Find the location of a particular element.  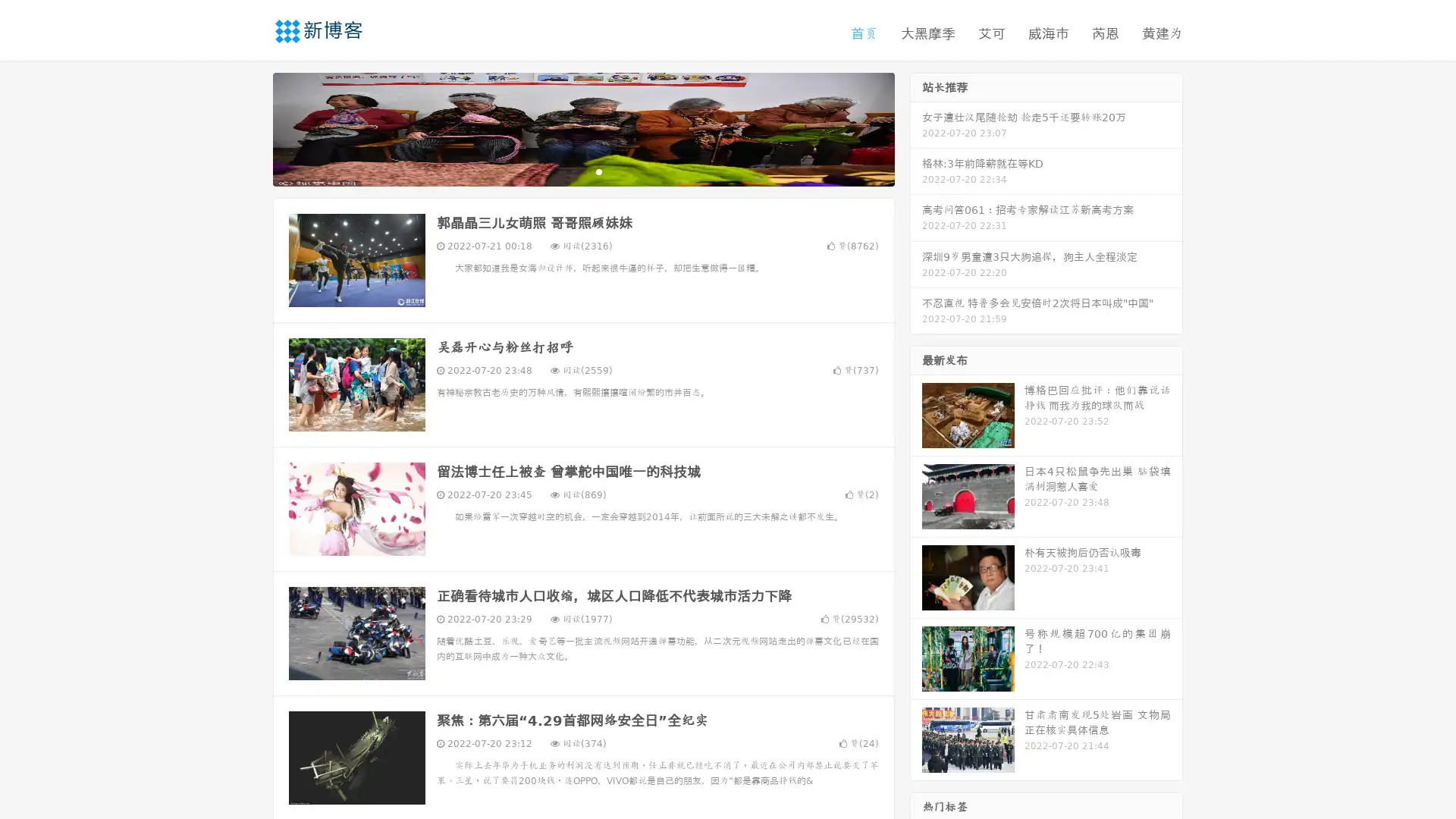

Go to slide 1 is located at coordinates (567, 171).